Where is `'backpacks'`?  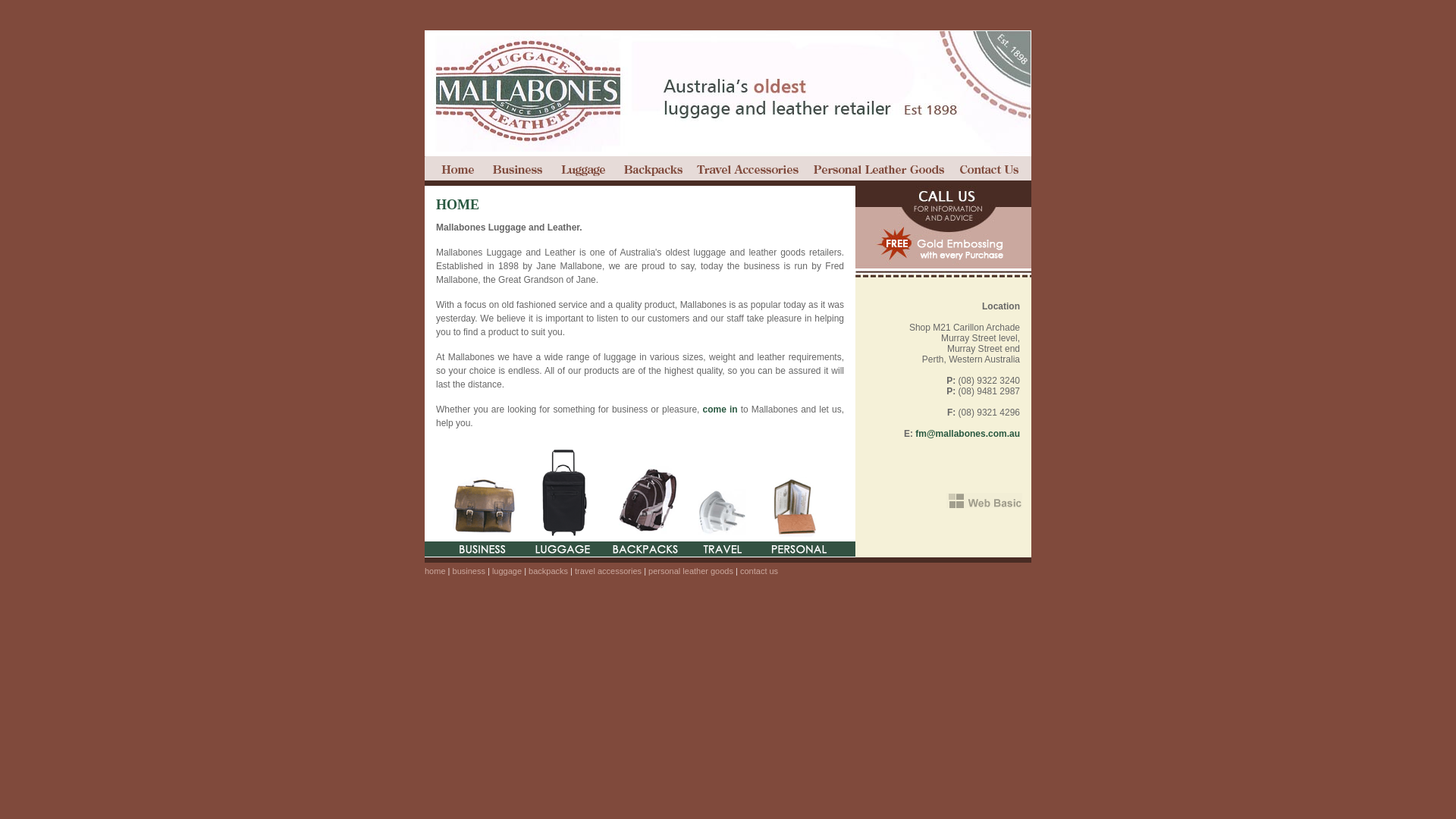
'backpacks' is located at coordinates (652, 171).